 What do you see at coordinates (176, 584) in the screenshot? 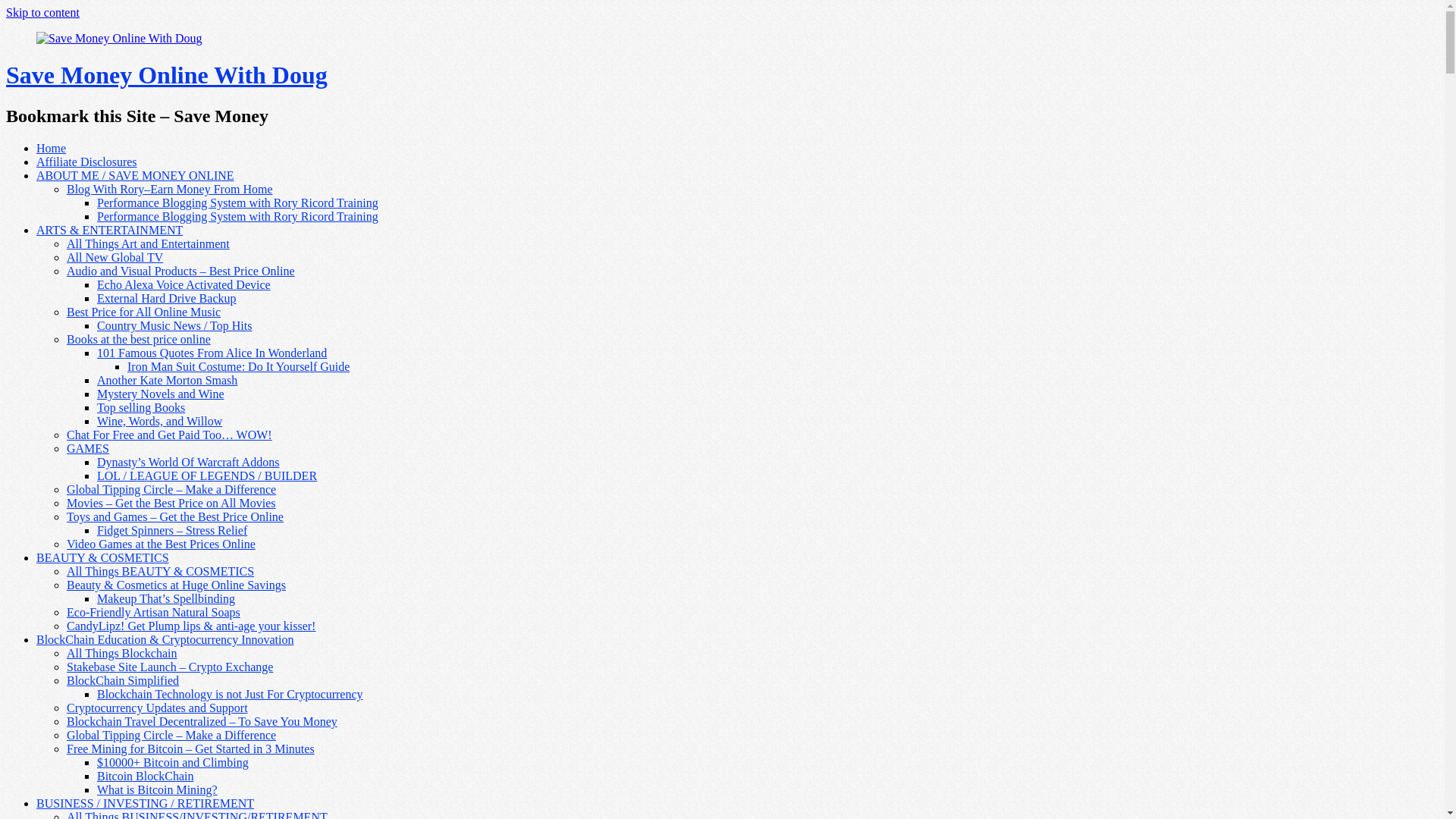
I see `'Beauty & Cosmetics at Huge Online Savings'` at bounding box center [176, 584].